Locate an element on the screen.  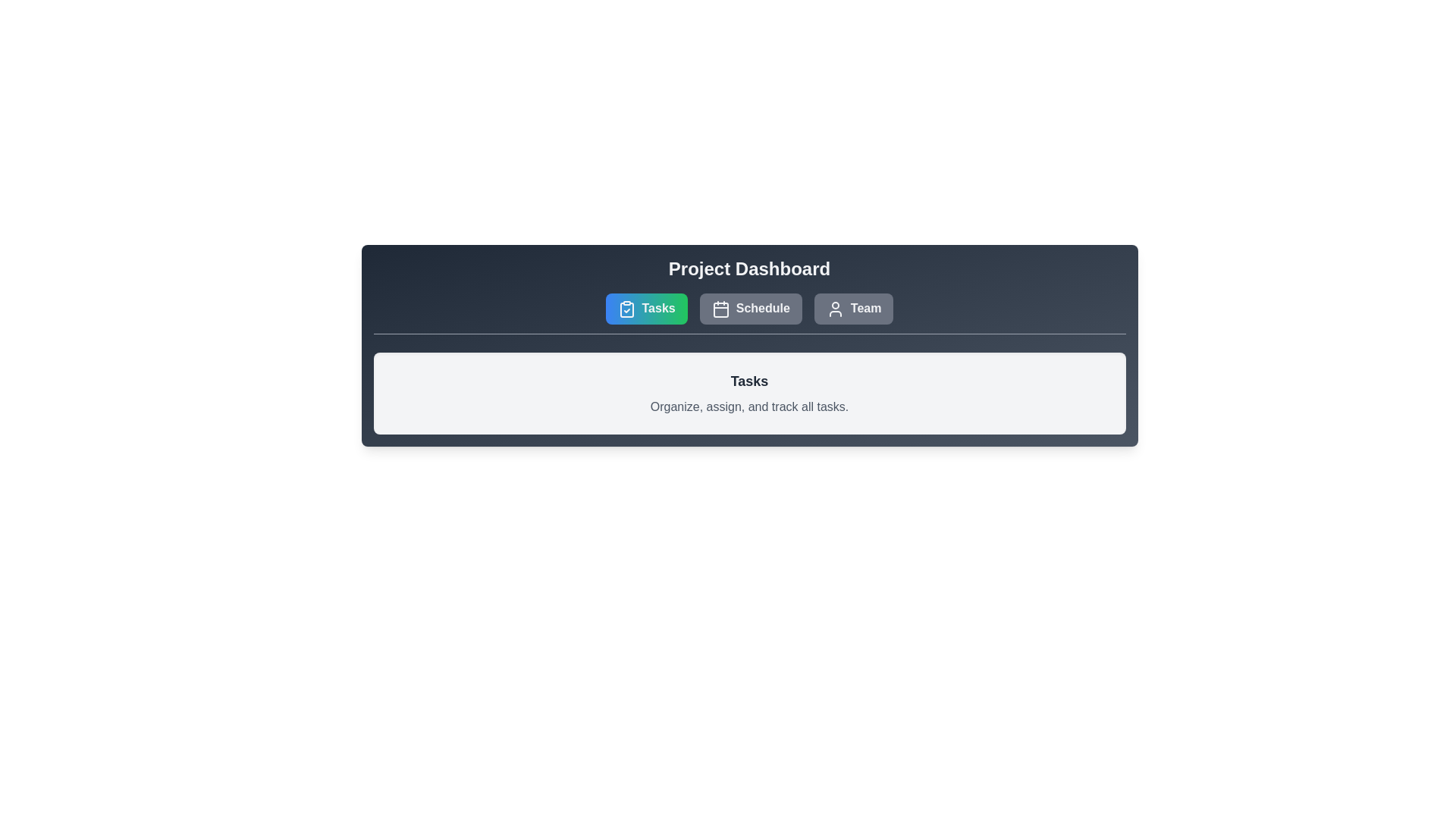
the SVG rectangle that forms the main body of the calendar icon located in the top UI section labeled 'Schedule' is located at coordinates (720, 309).